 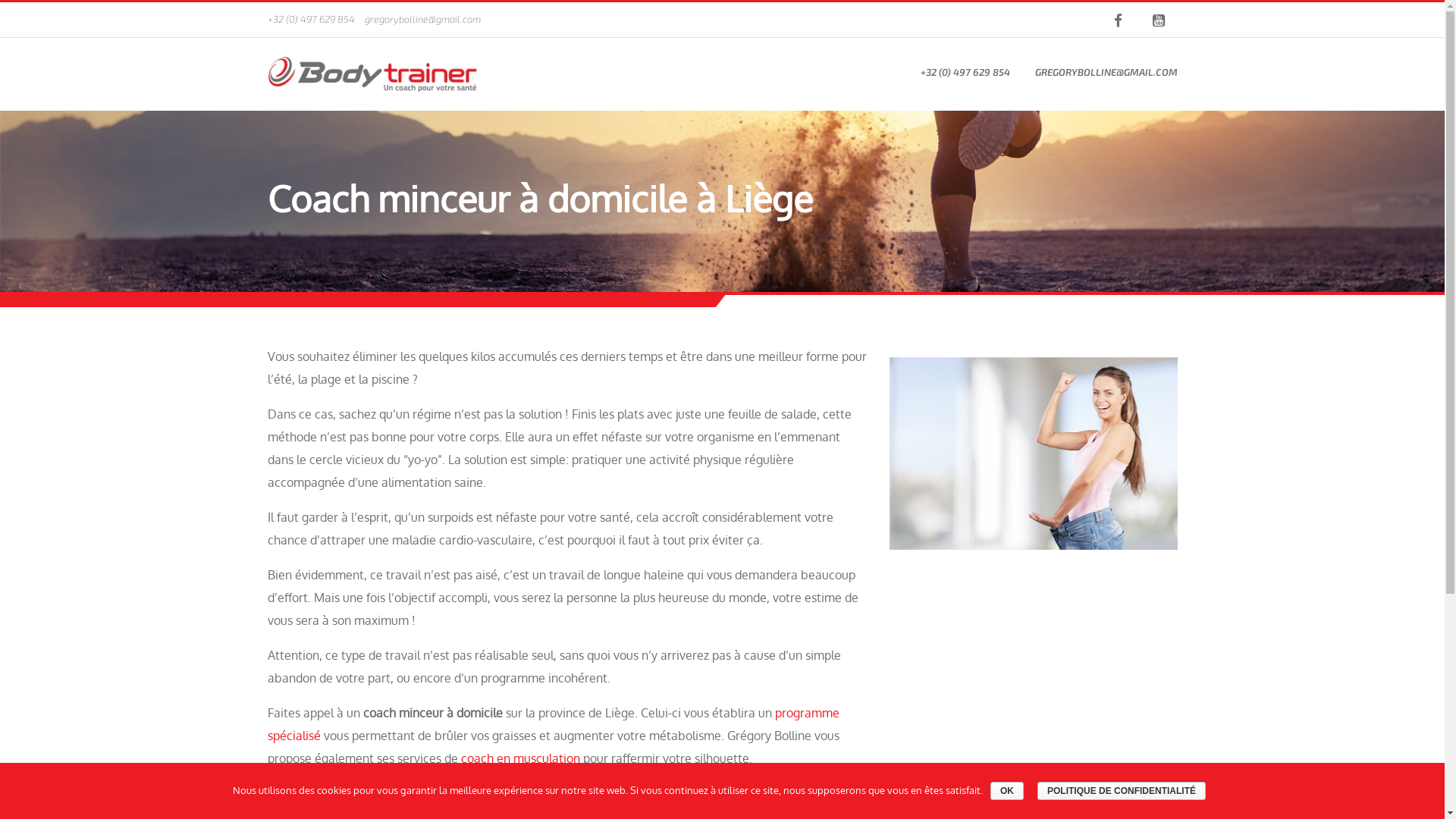 What do you see at coordinates (1106, 72) in the screenshot?
I see `'GREGORYBOLLINE@GMAIL.COM'` at bounding box center [1106, 72].